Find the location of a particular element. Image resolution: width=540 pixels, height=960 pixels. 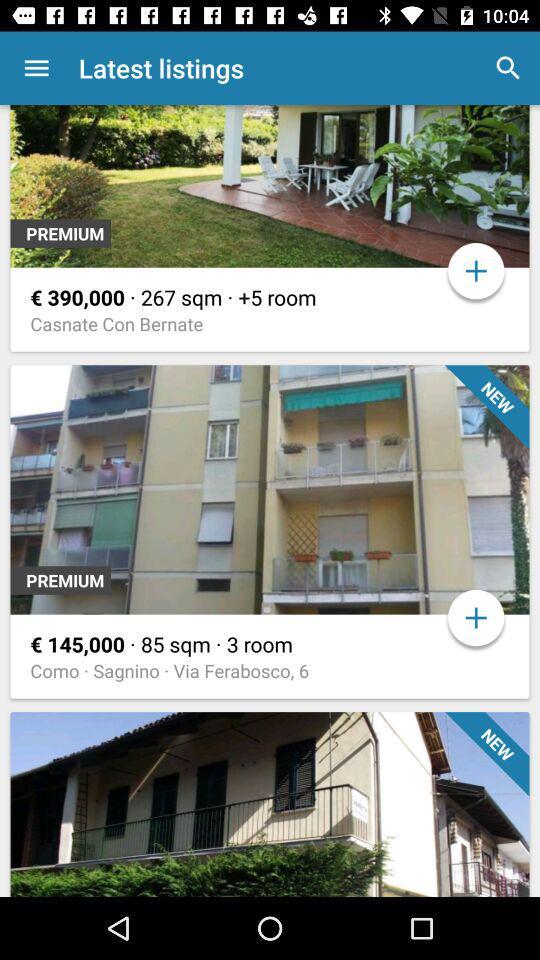

item to the right of latest listings app is located at coordinates (508, 68).